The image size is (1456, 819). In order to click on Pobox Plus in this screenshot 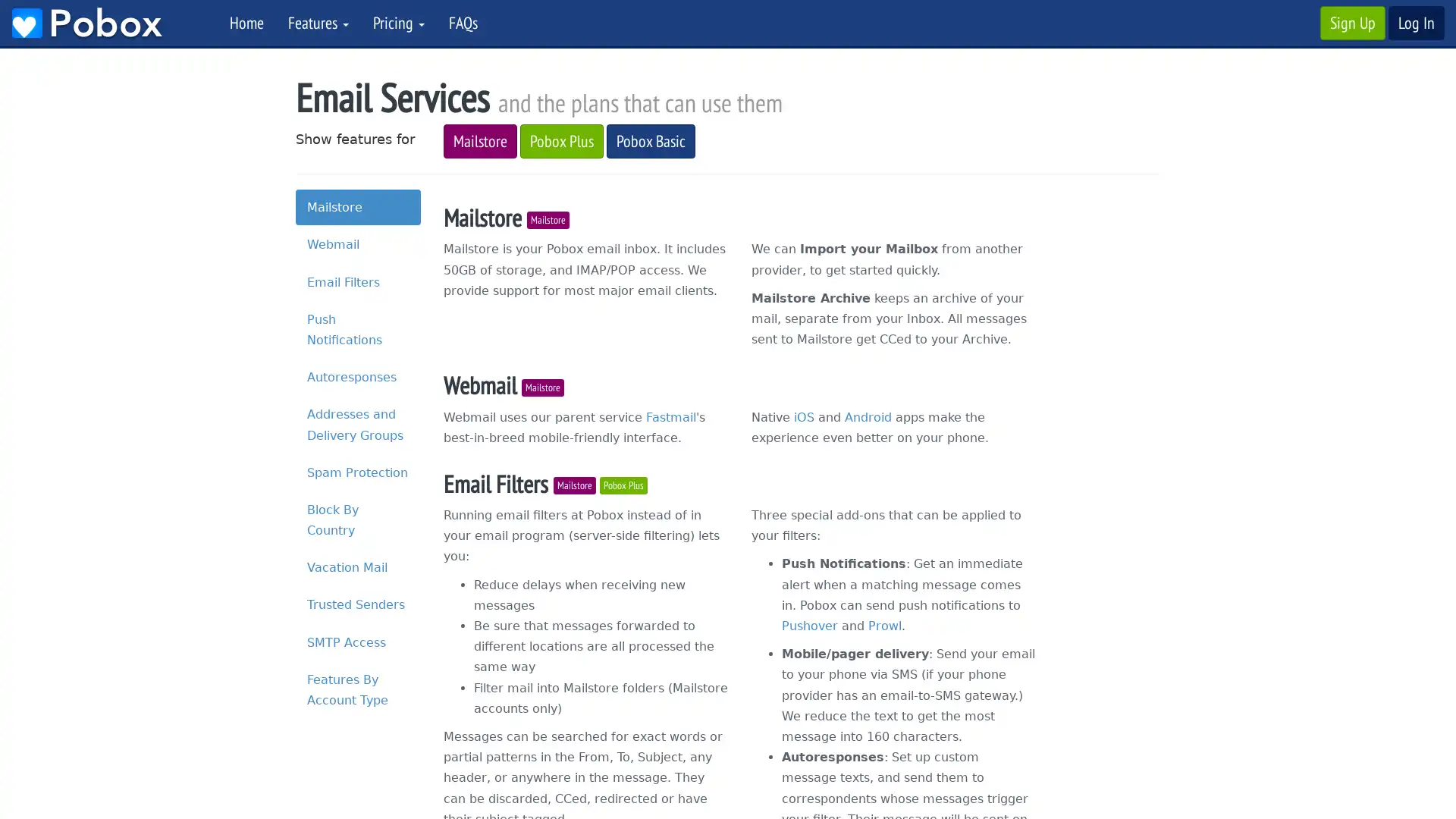, I will do `click(623, 485)`.